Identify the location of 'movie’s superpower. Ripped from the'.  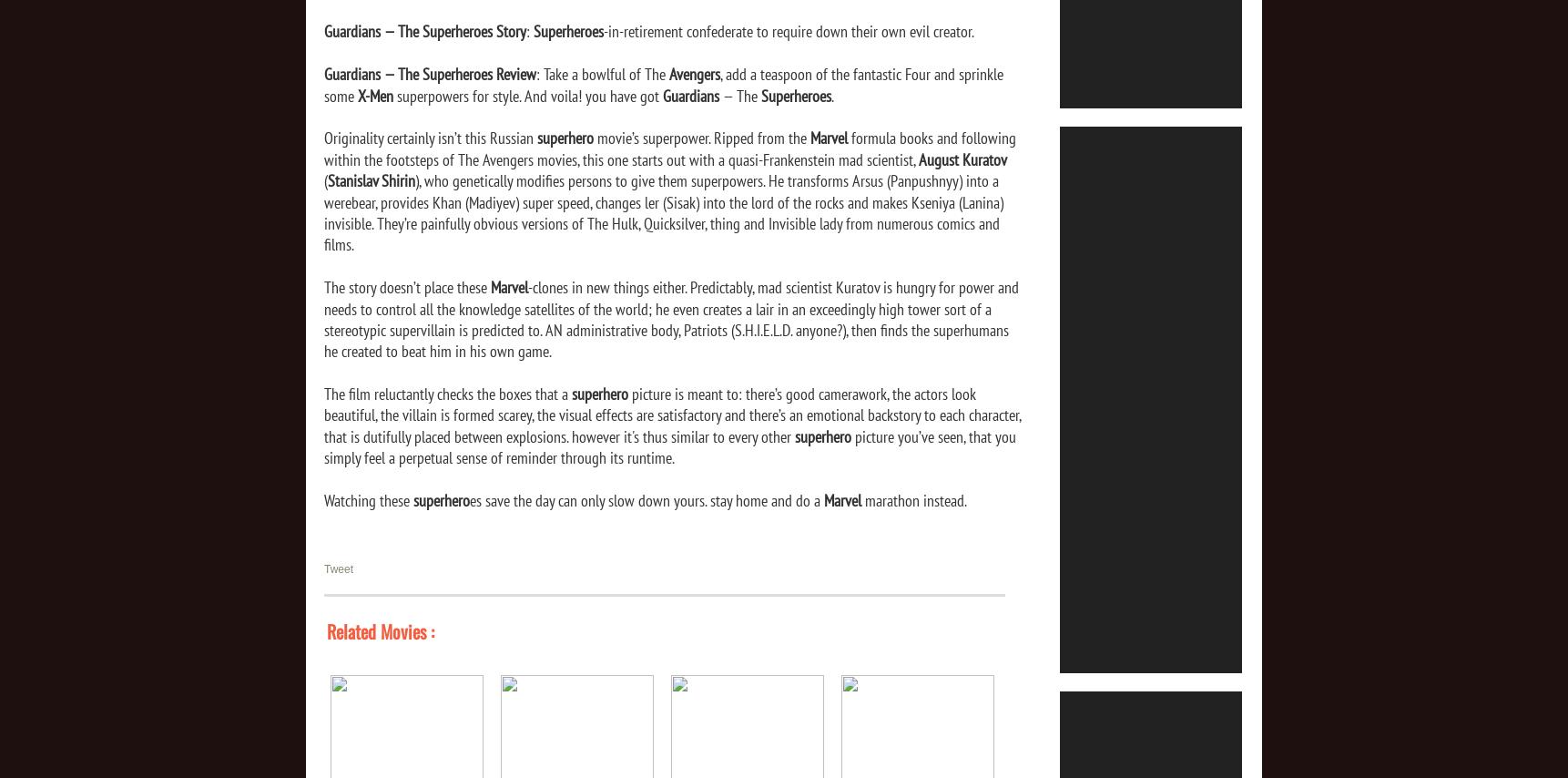
(701, 137).